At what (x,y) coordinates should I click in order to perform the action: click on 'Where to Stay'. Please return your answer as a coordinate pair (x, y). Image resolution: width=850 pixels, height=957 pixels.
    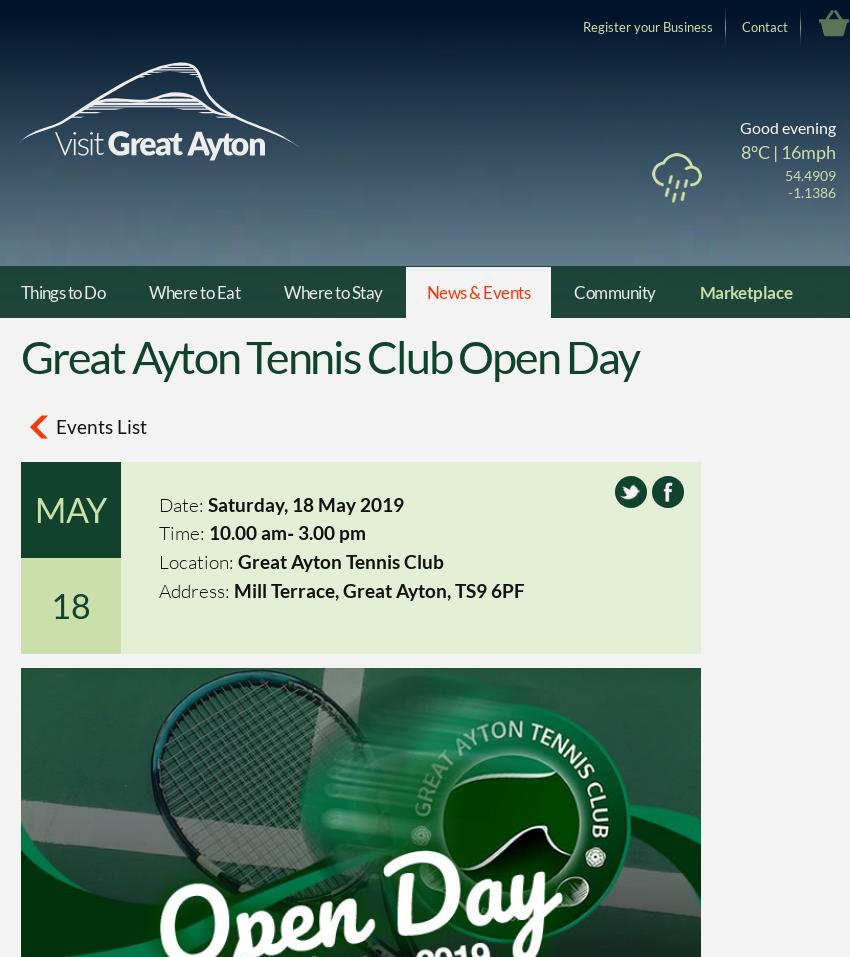
    Looking at the image, I should click on (333, 292).